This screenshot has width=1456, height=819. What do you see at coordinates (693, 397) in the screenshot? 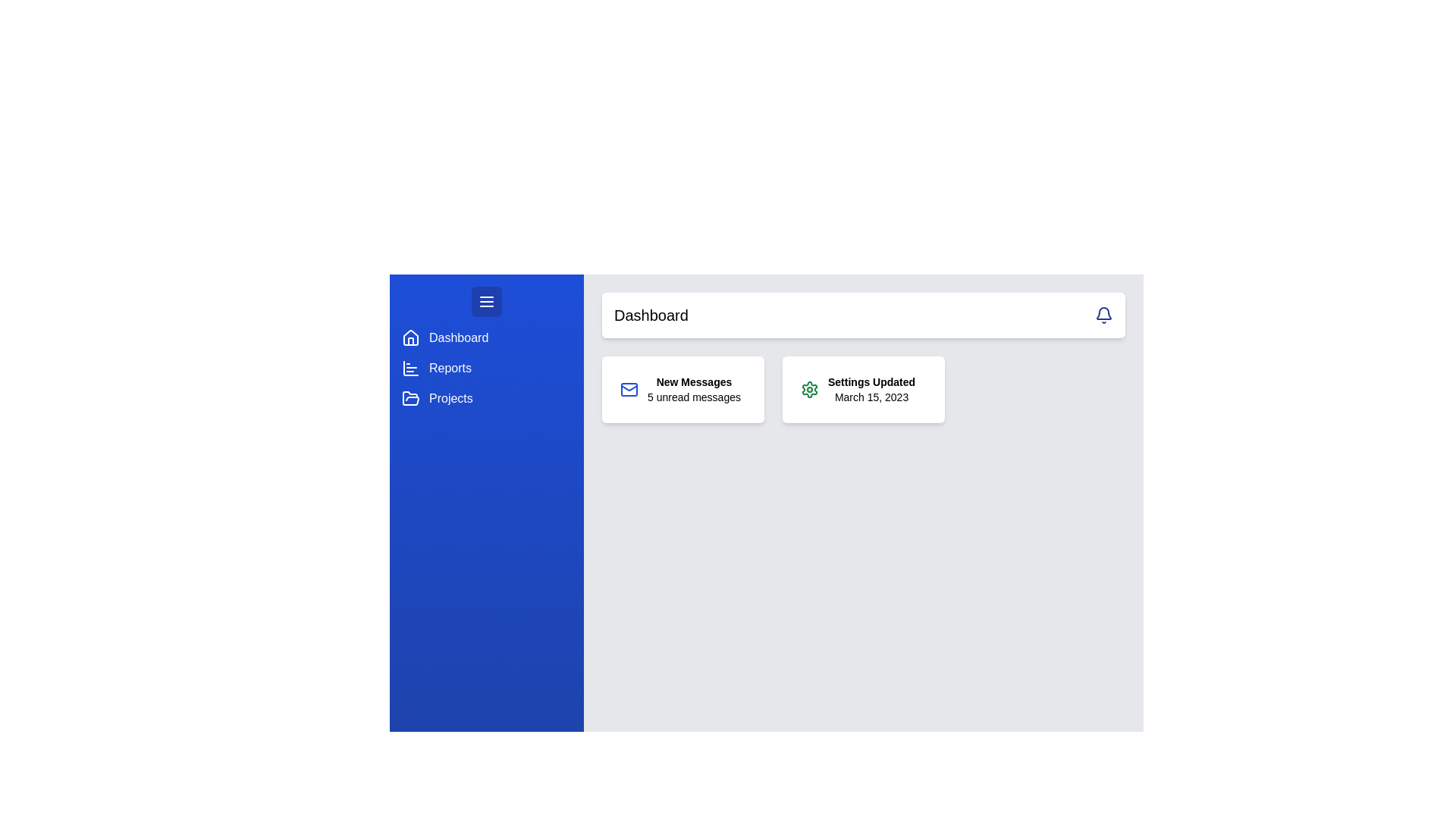
I see `text content of the label displaying '5 unread messages' located below the title 'New Messages' in the notification card` at bounding box center [693, 397].